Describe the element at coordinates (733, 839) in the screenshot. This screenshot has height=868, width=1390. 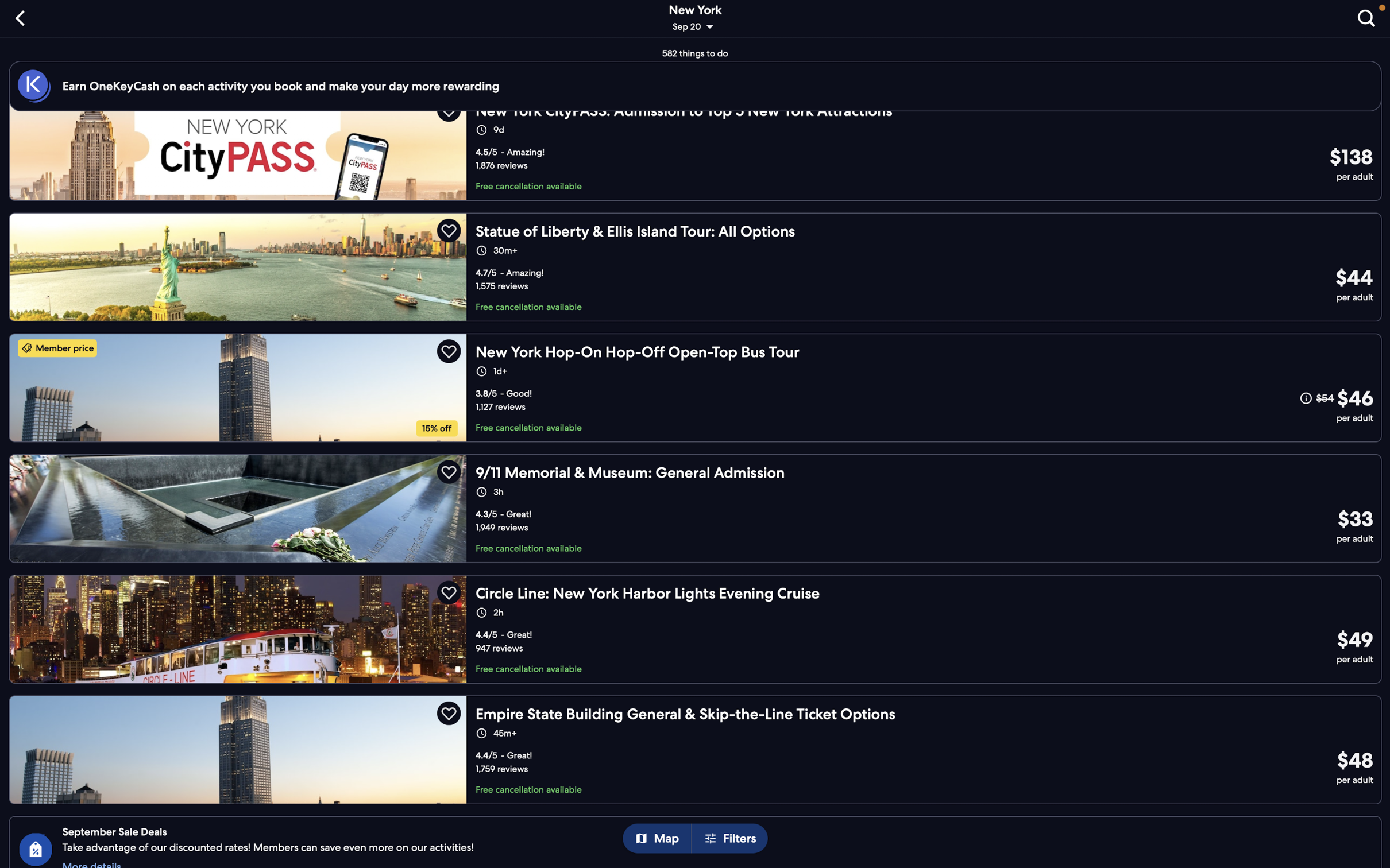
I see `"filters" button to specify your search requirements` at that location.